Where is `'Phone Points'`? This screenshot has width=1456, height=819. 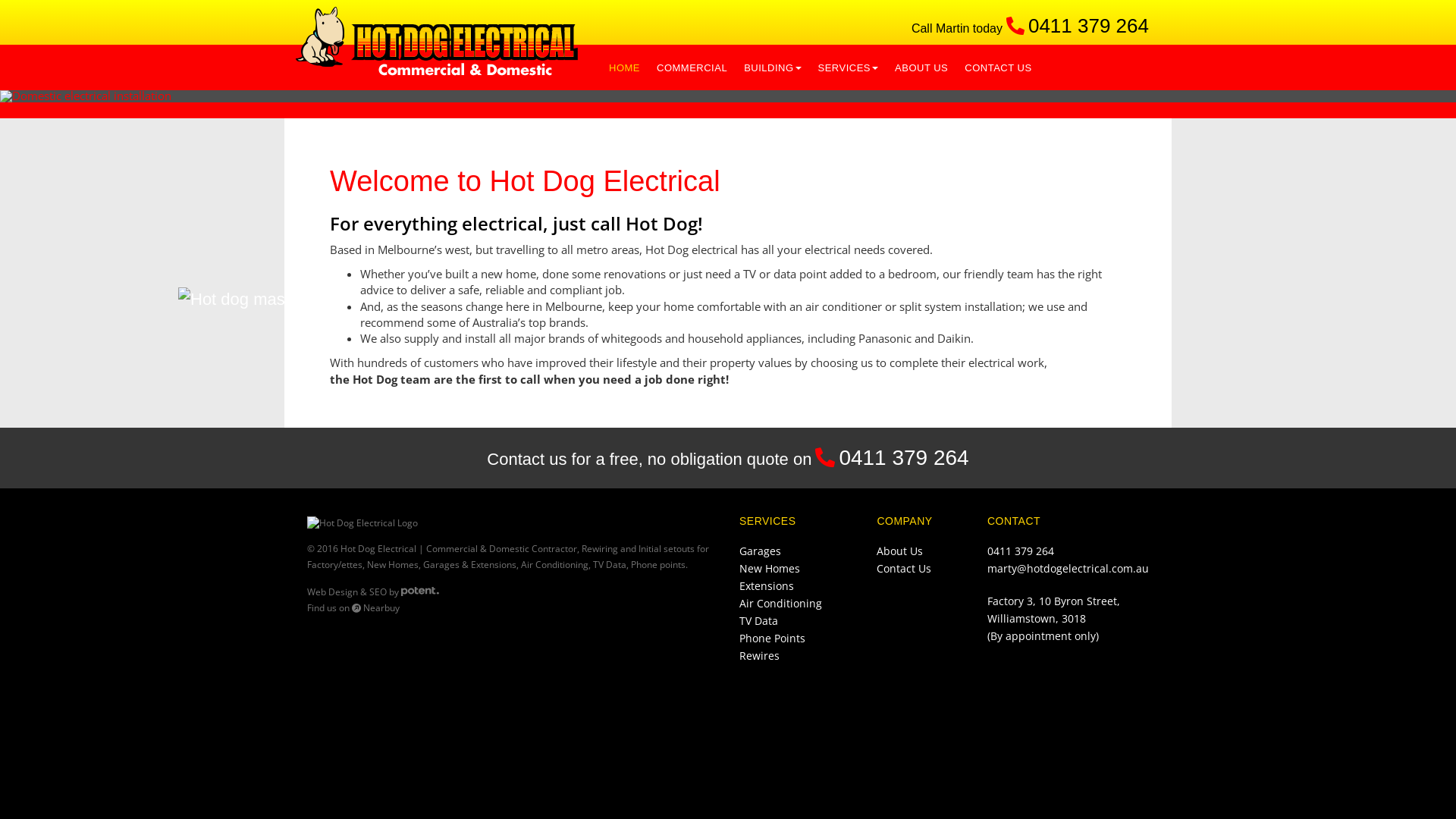
'Phone Points' is located at coordinates (739, 638).